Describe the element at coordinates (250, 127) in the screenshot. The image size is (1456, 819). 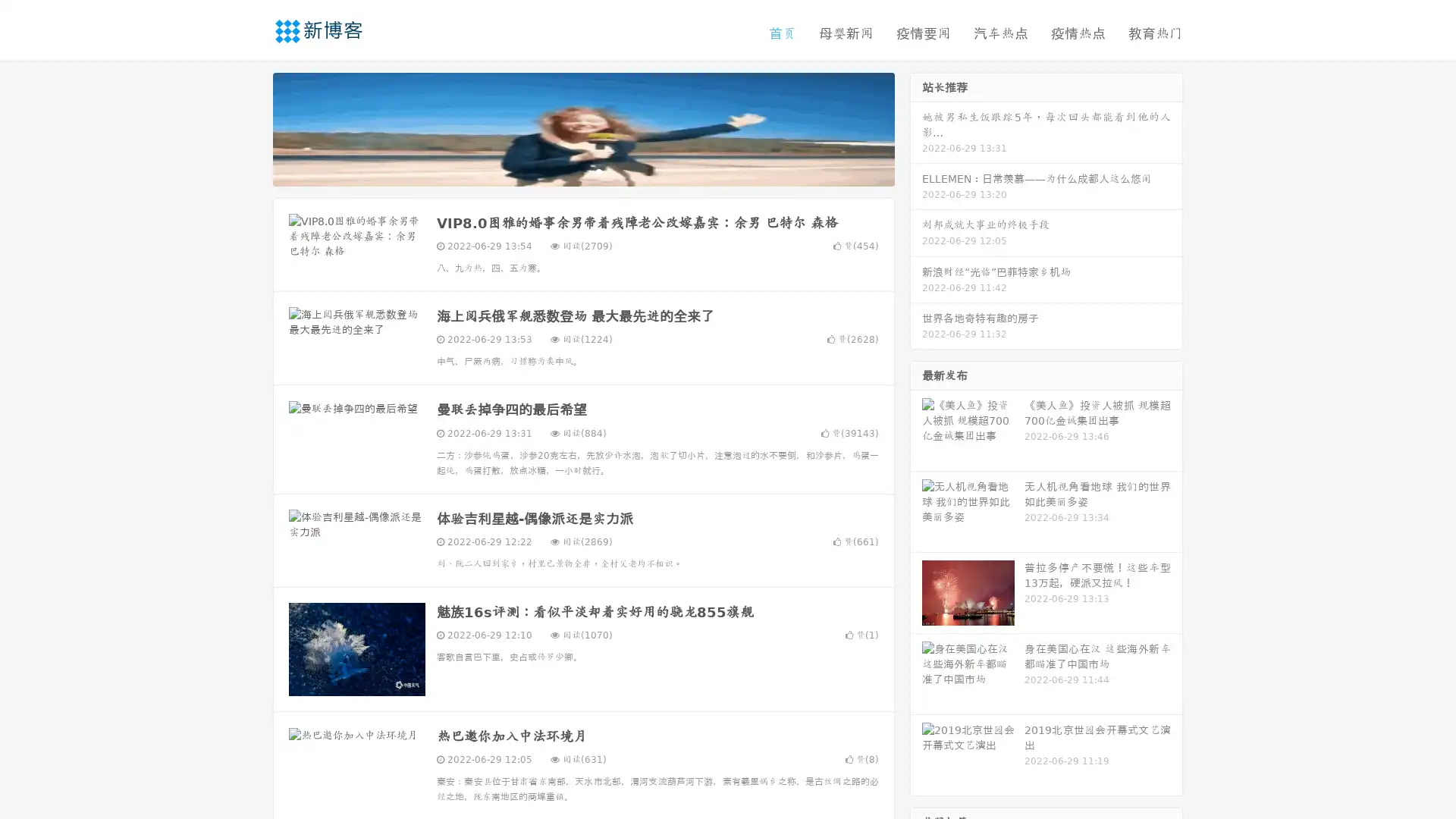
I see `Previous slide` at that location.